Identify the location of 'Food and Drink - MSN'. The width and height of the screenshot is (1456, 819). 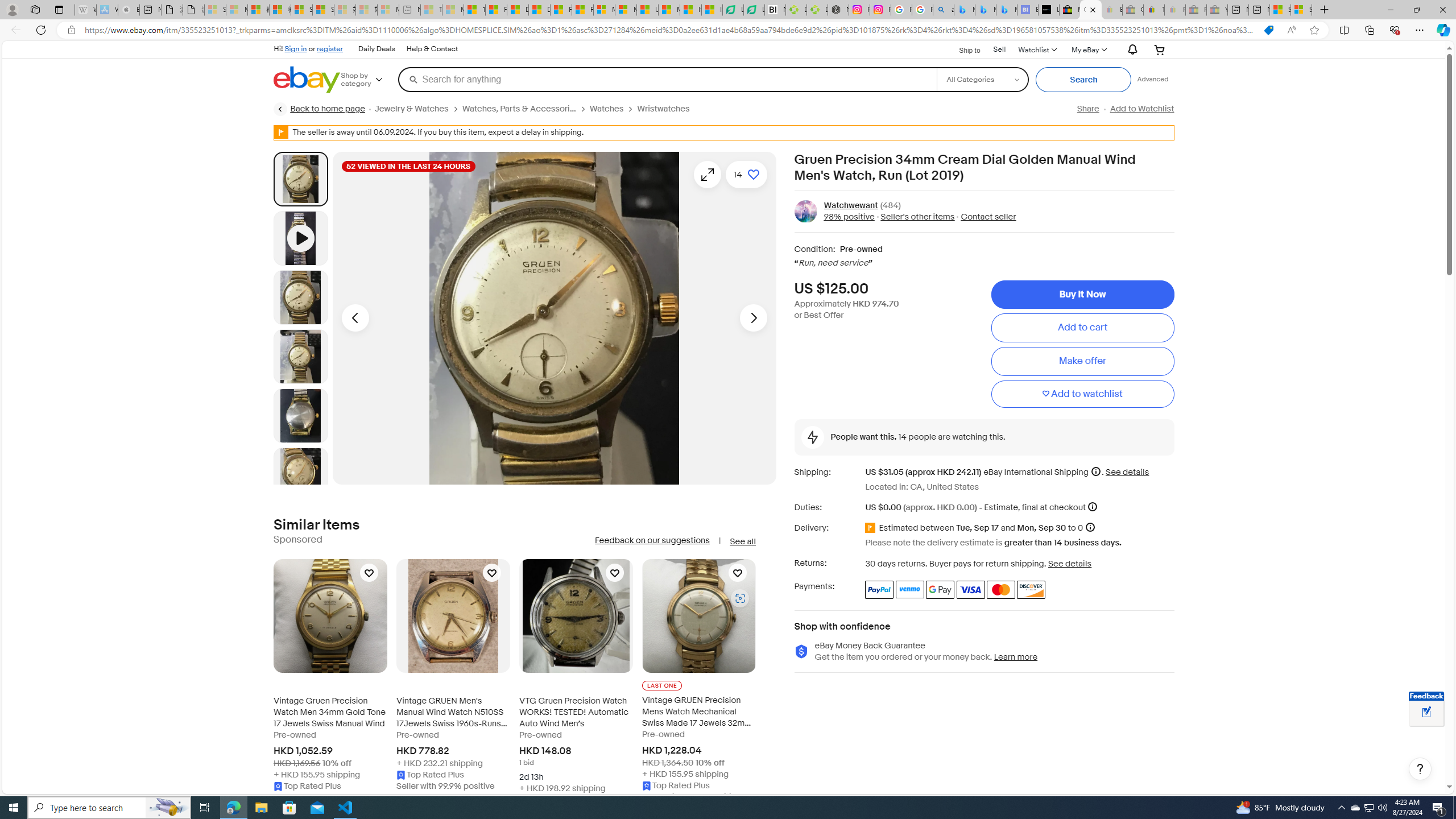
(496, 9).